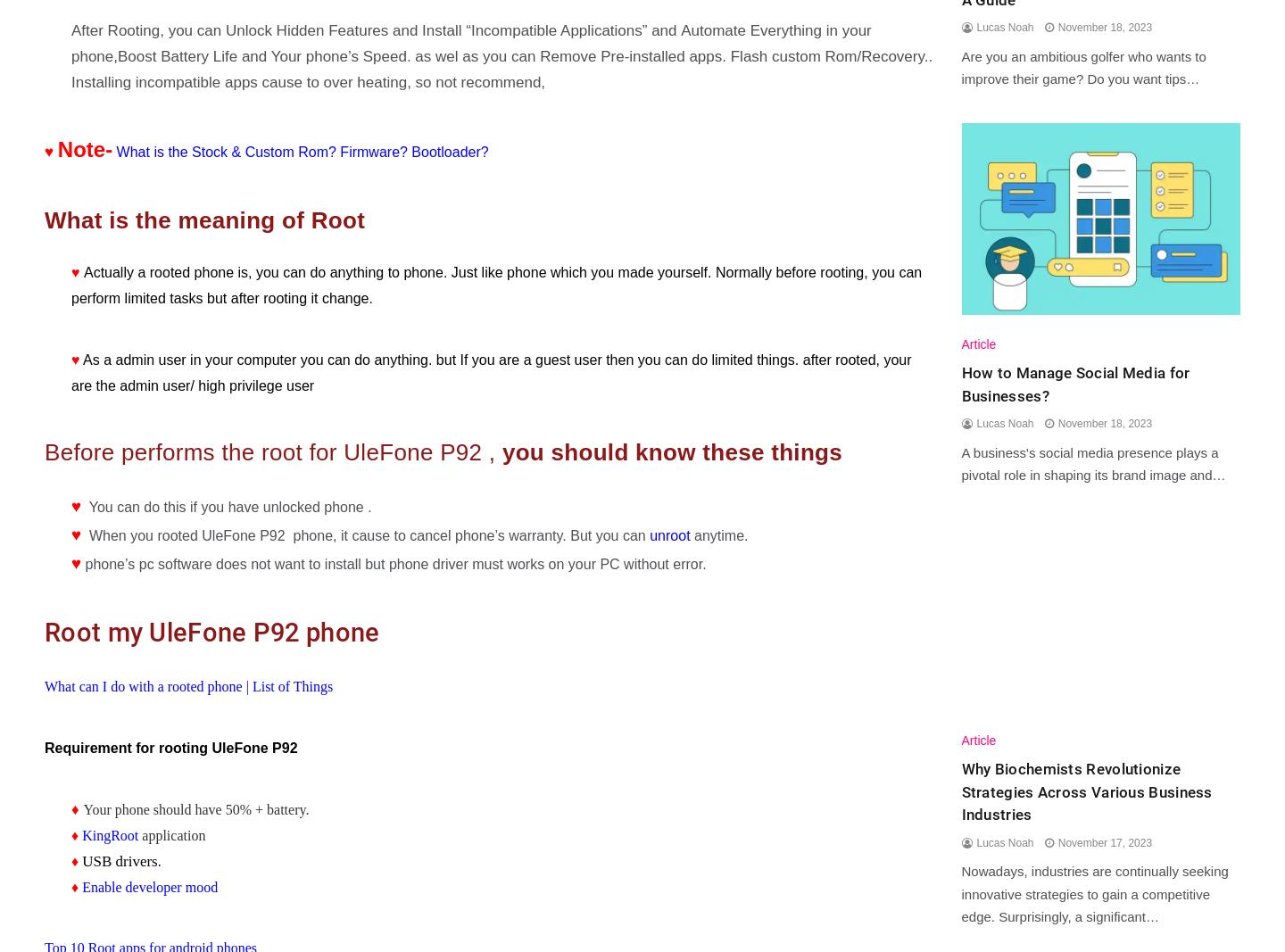 The image size is (1285, 952). What do you see at coordinates (153, 886) in the screenshot?
I see `'nable developer mood'` at bounding box center [153, 886].